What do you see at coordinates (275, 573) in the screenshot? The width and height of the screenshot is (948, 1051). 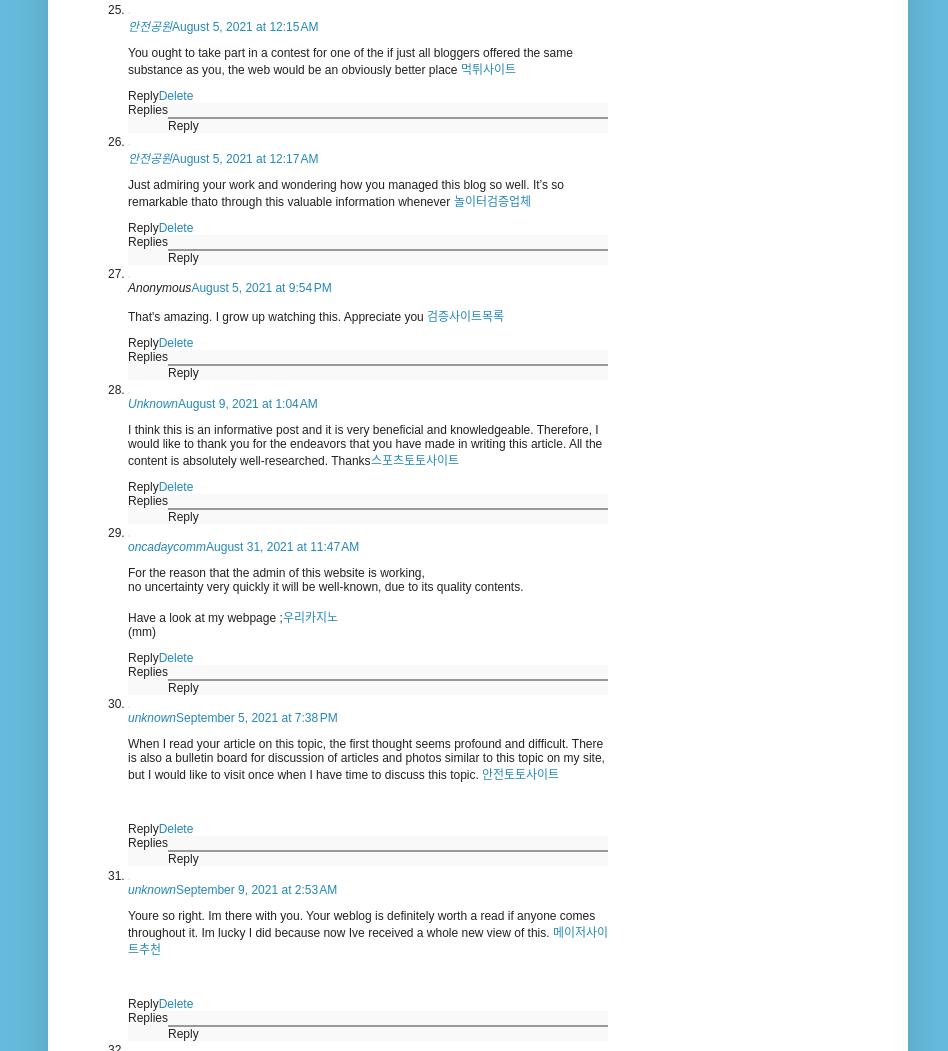 I see `'For the reason that the admin of this website is working,'` at bounding box center [275, 573].